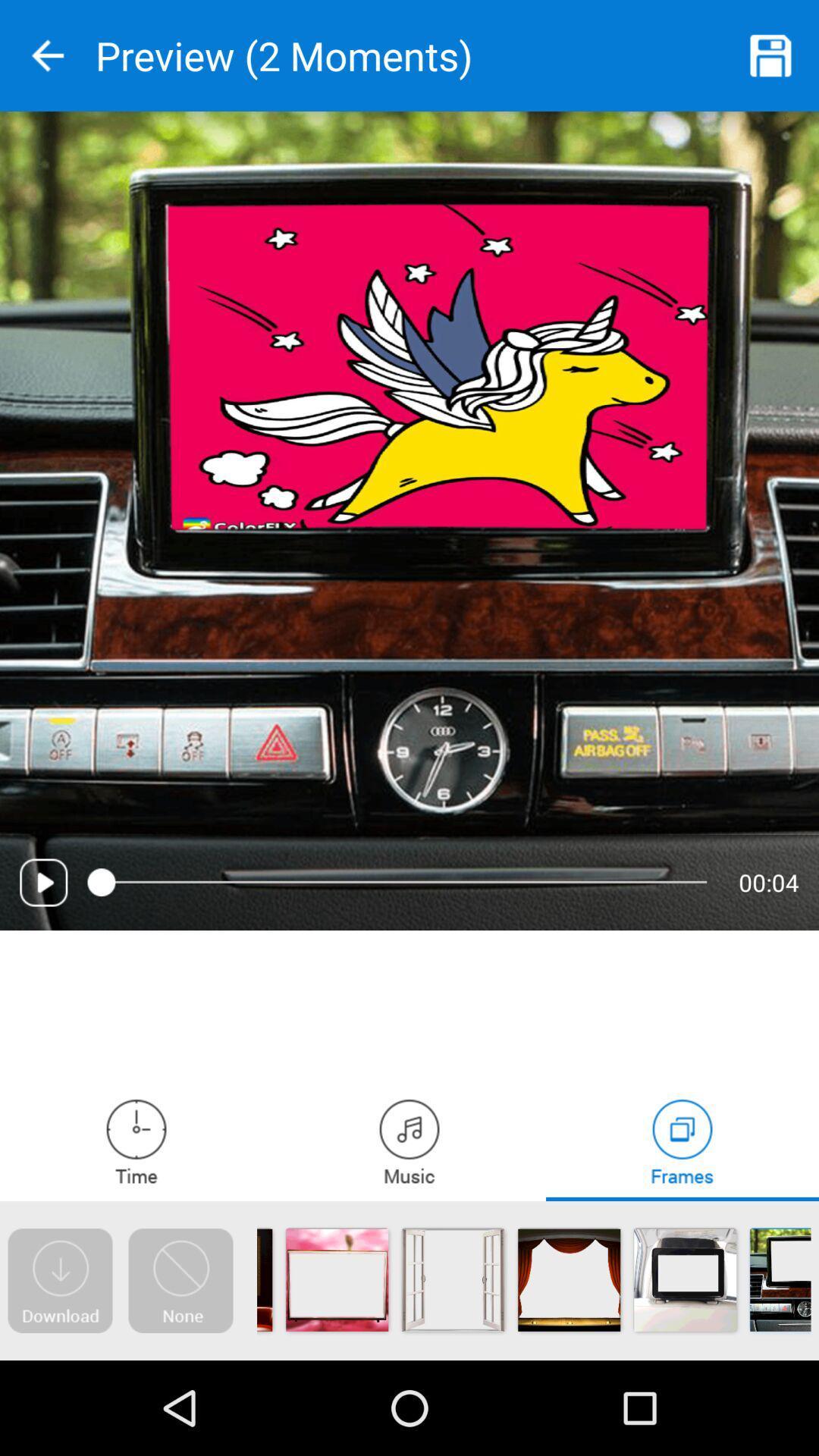 This screenshot has height=1456, width=819. Describe the element at coordinates (59, 1280) in the screenshot. I see `download new frames` at that location.